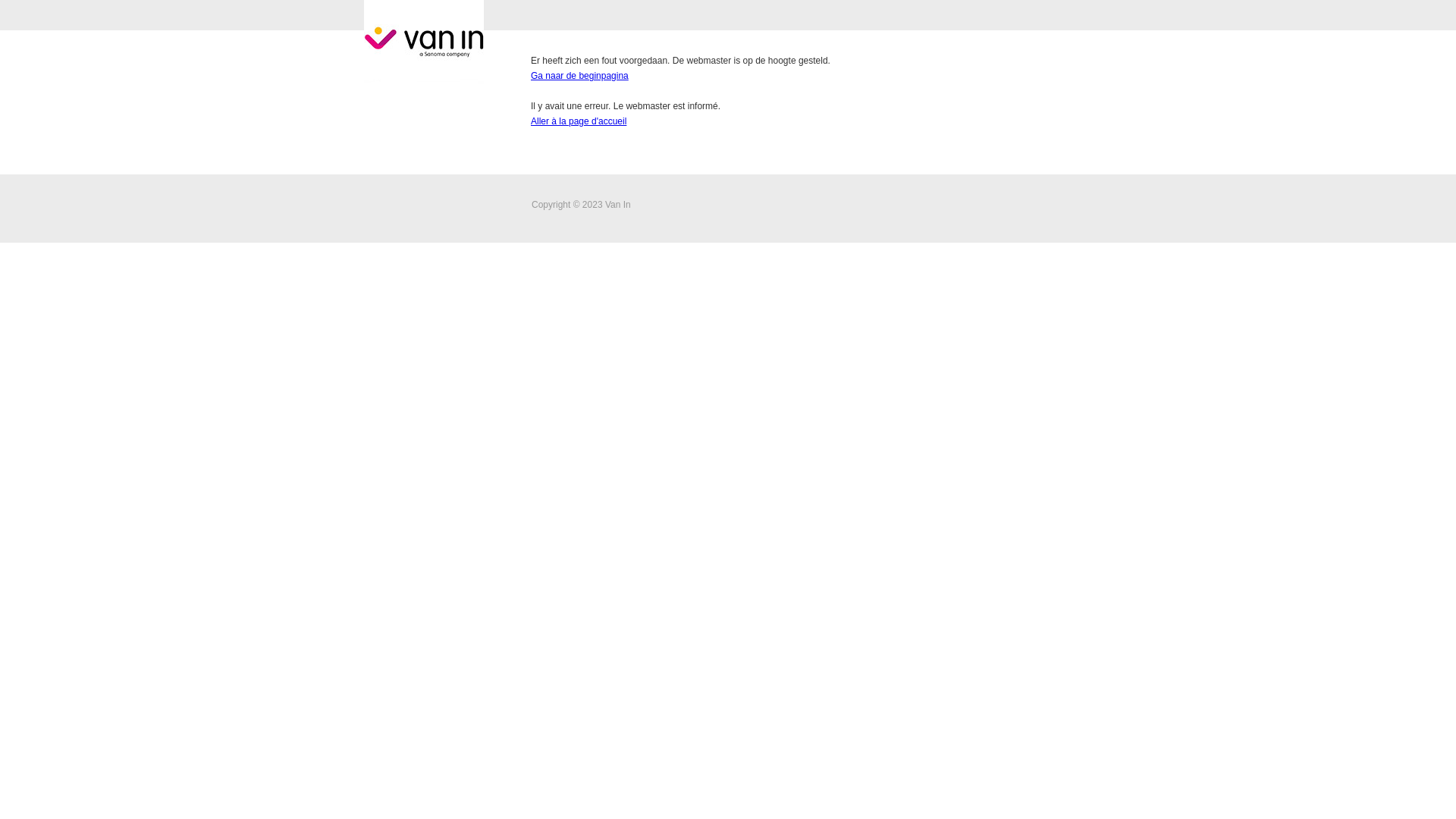 Image resolution: width=1456 pixels, height=819 pixels. I want to click on 'Ga naar de beginpagina', so click(579, 76).